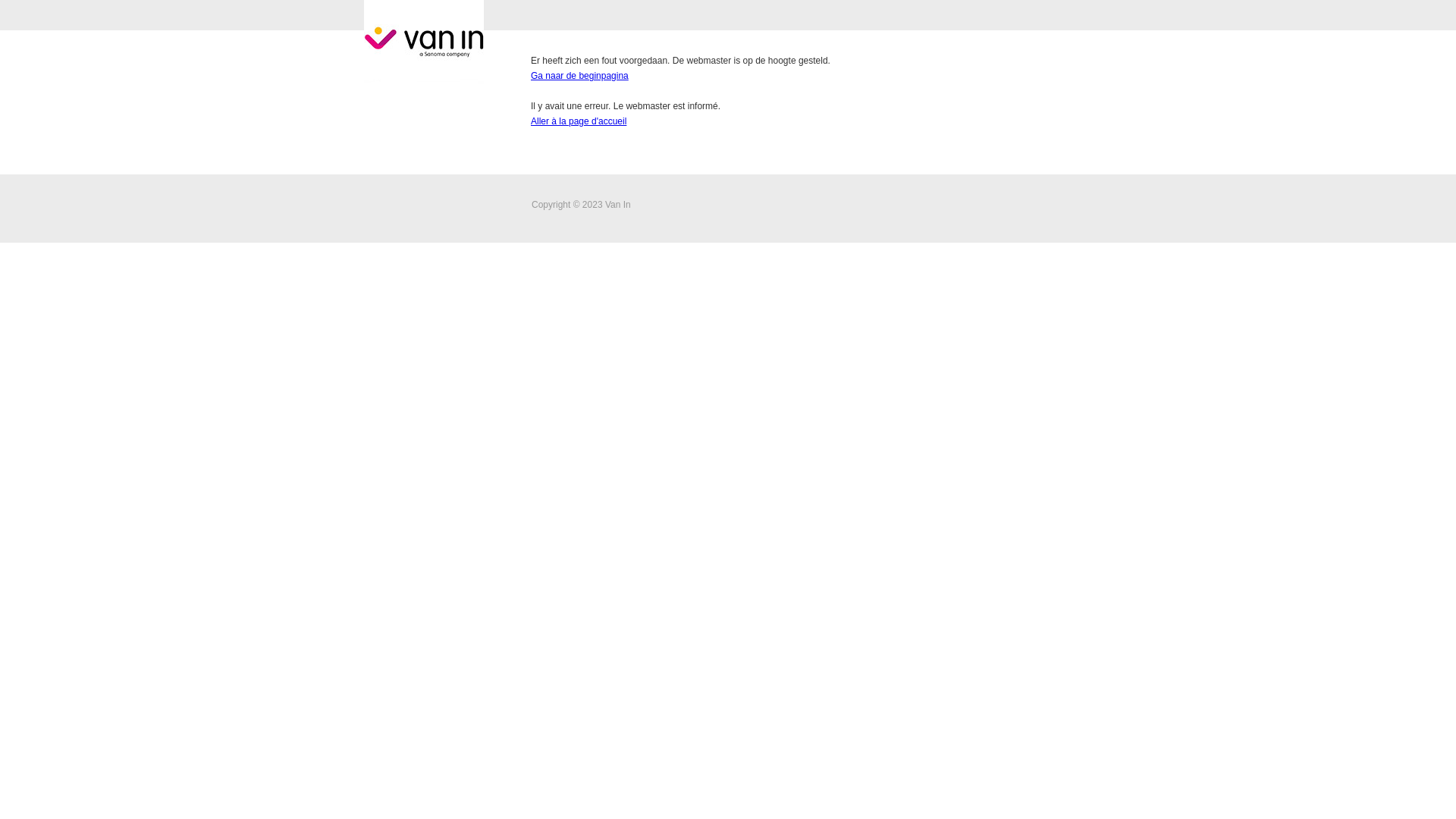 Image resolution: width=1456 pixels, height=819 pixels. I want to click on 'Ga naar de beginpagina', so click(579, 76).